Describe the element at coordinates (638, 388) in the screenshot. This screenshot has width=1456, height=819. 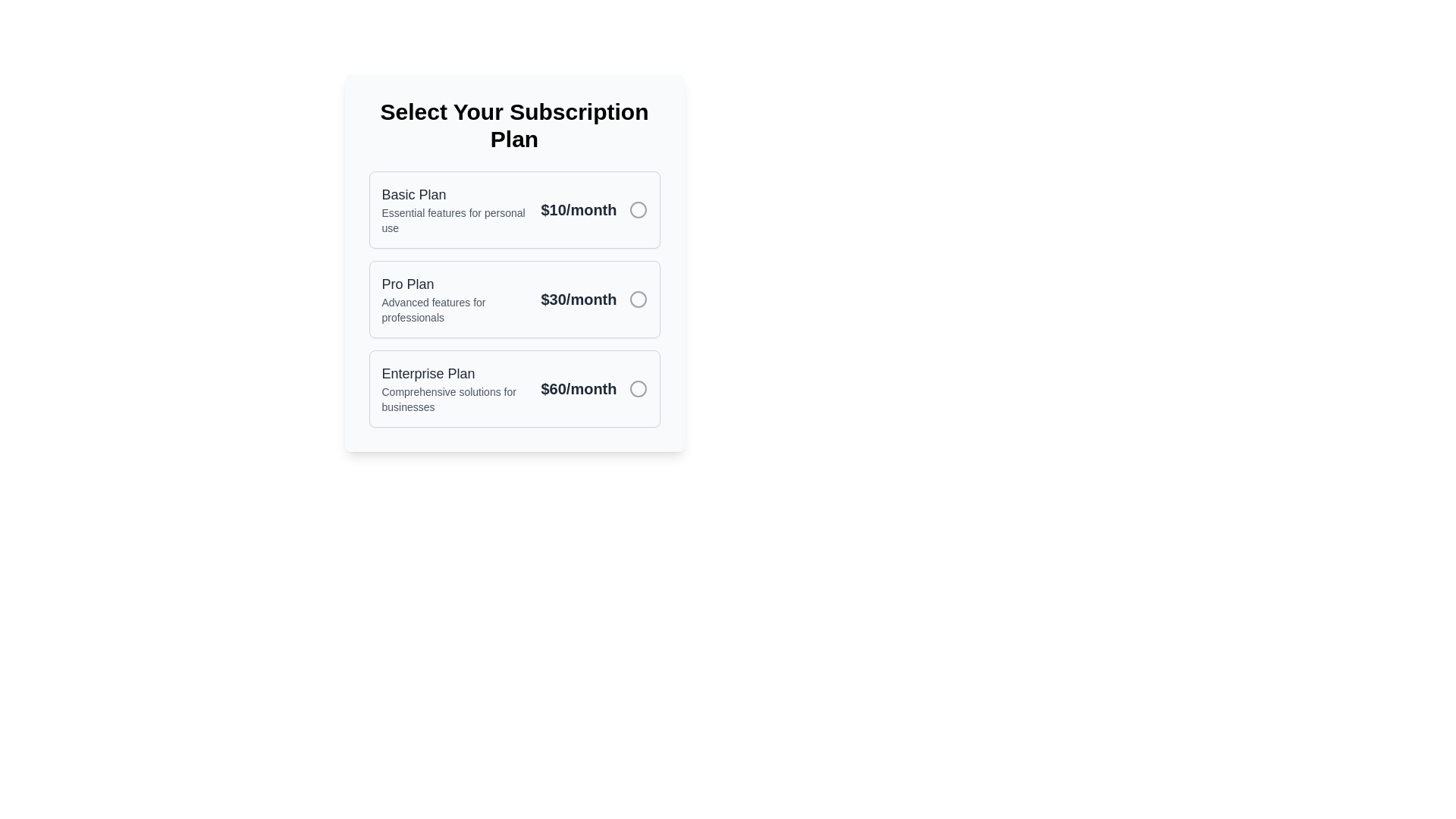
I see `the radio button` at that location.